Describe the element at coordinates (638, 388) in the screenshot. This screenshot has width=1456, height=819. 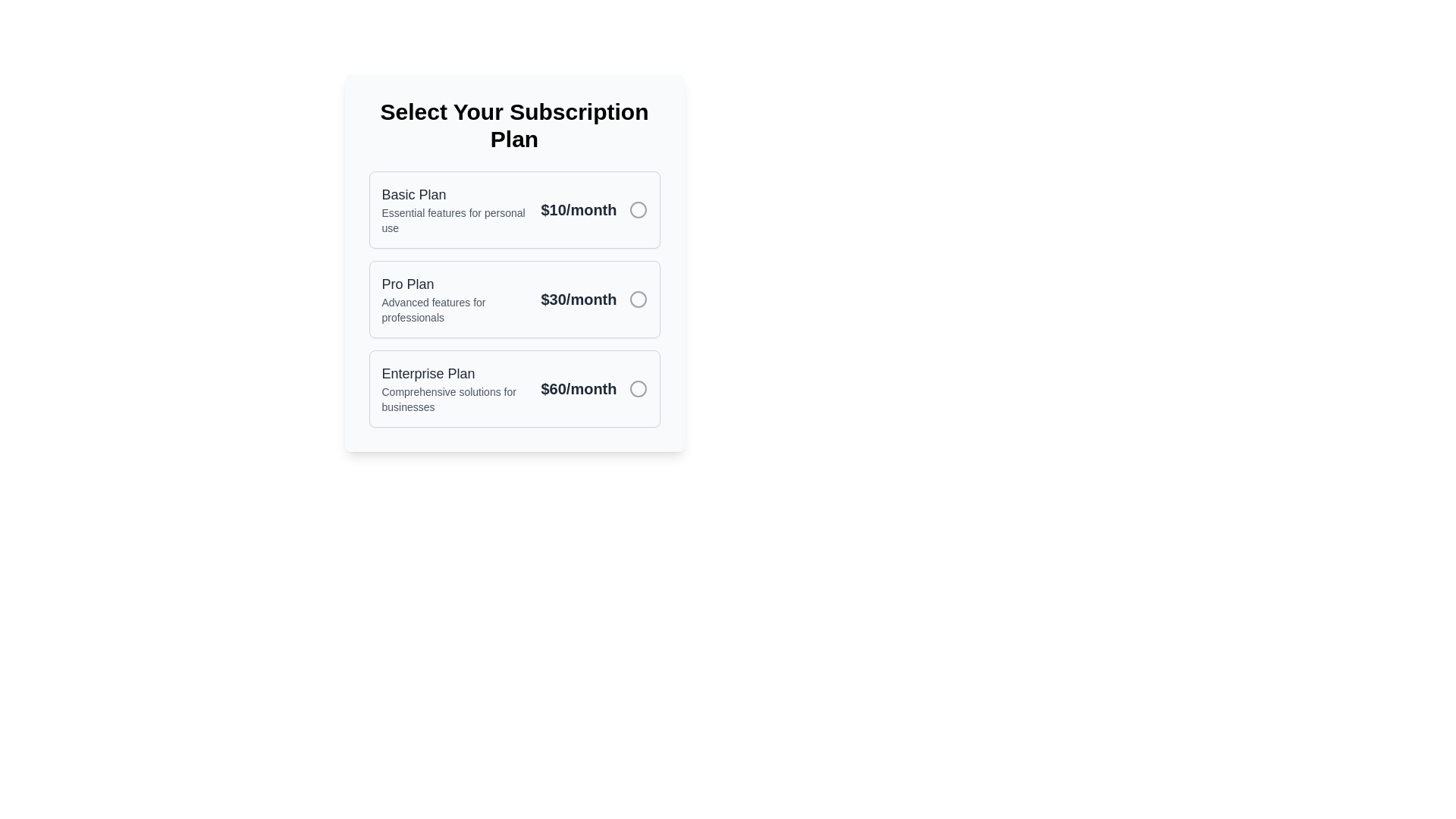
I see `the radio button` at that location.